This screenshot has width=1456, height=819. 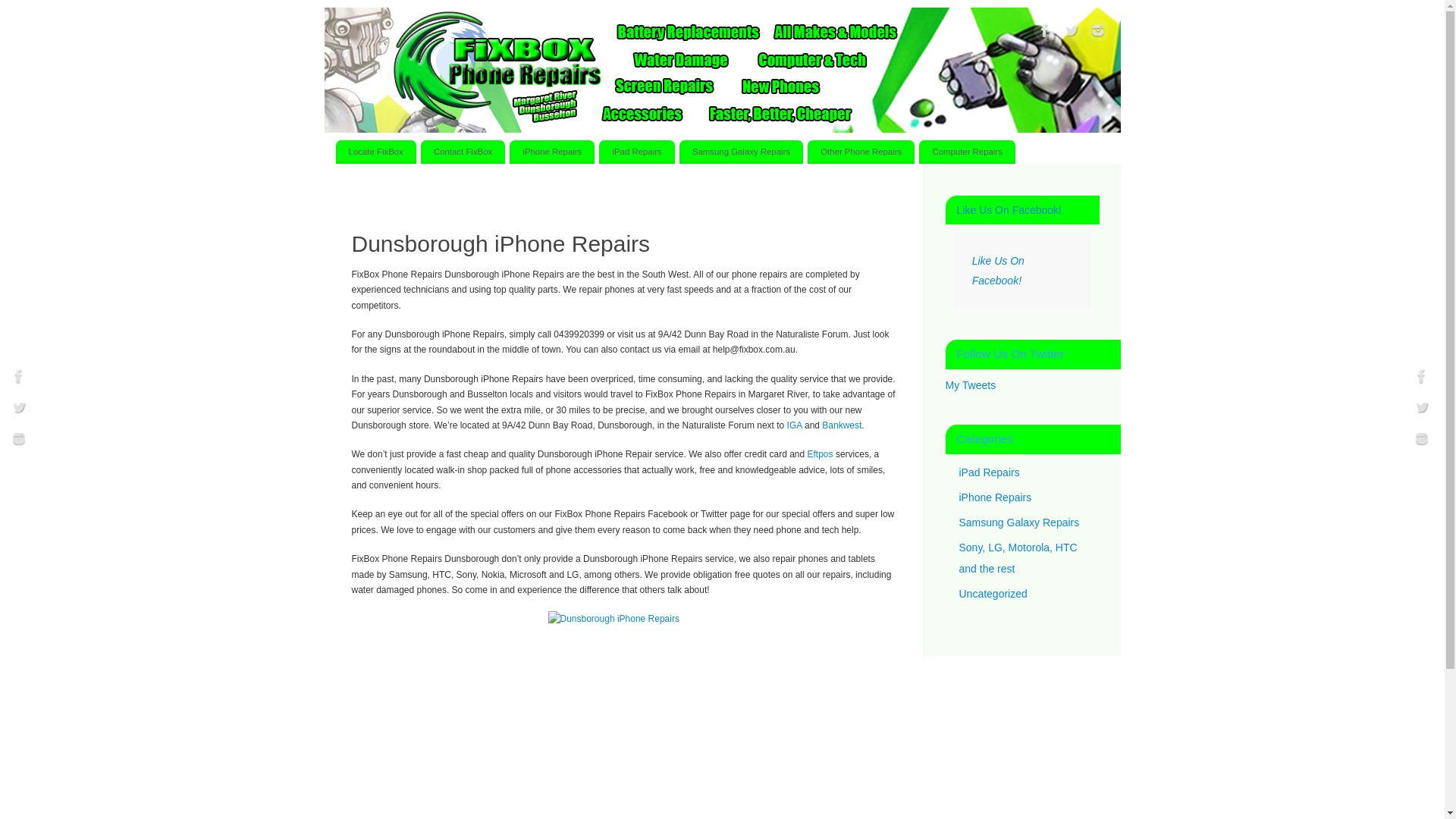 What do you see at coordinates (636, 152) in the screenshot?
I see `'iPad Repairs'` at bounding box center [636, 152].